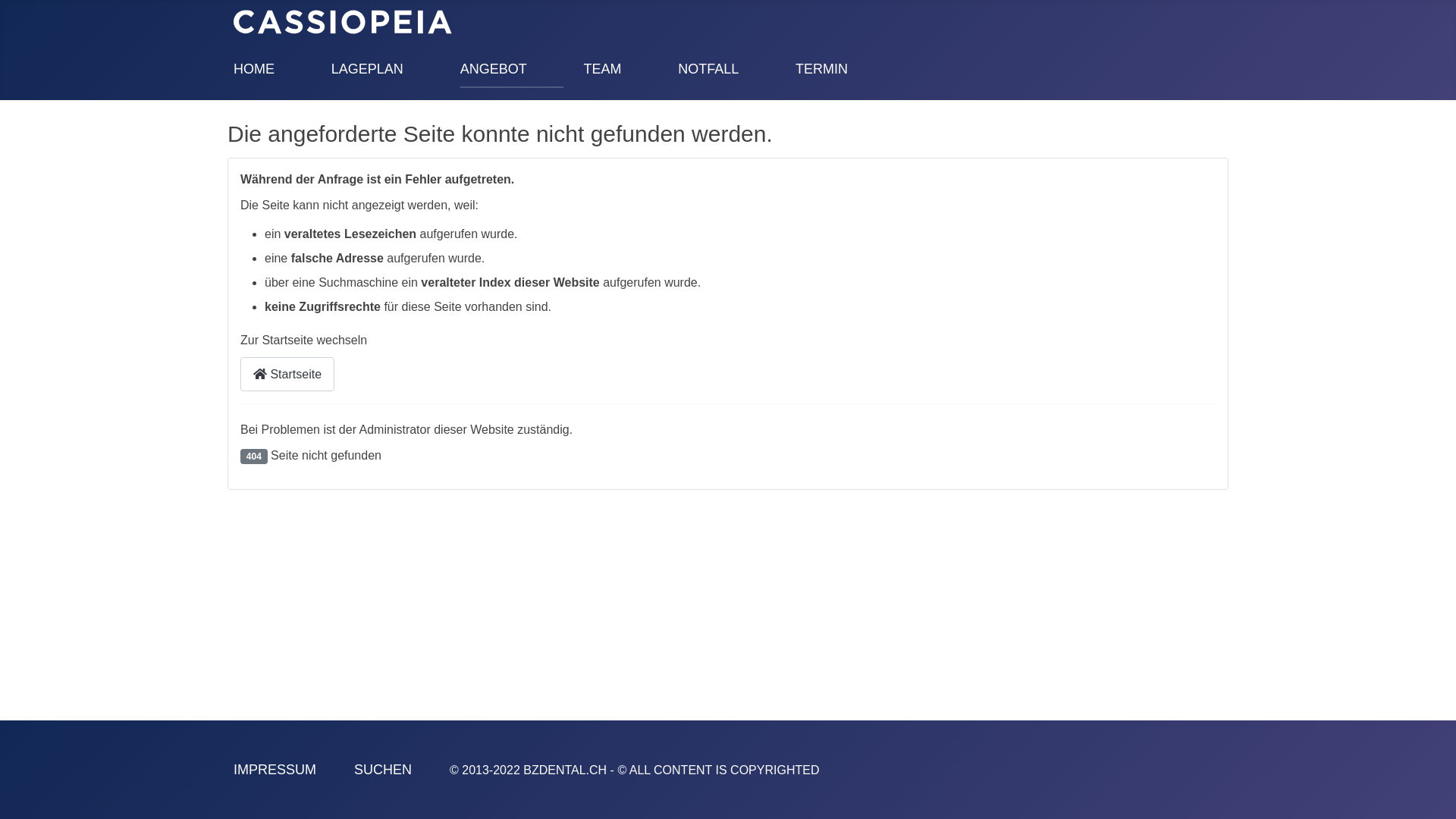  Describe the element at coordinates (795, 69) in the screenshot. I see `'TERMIN'` at that location.